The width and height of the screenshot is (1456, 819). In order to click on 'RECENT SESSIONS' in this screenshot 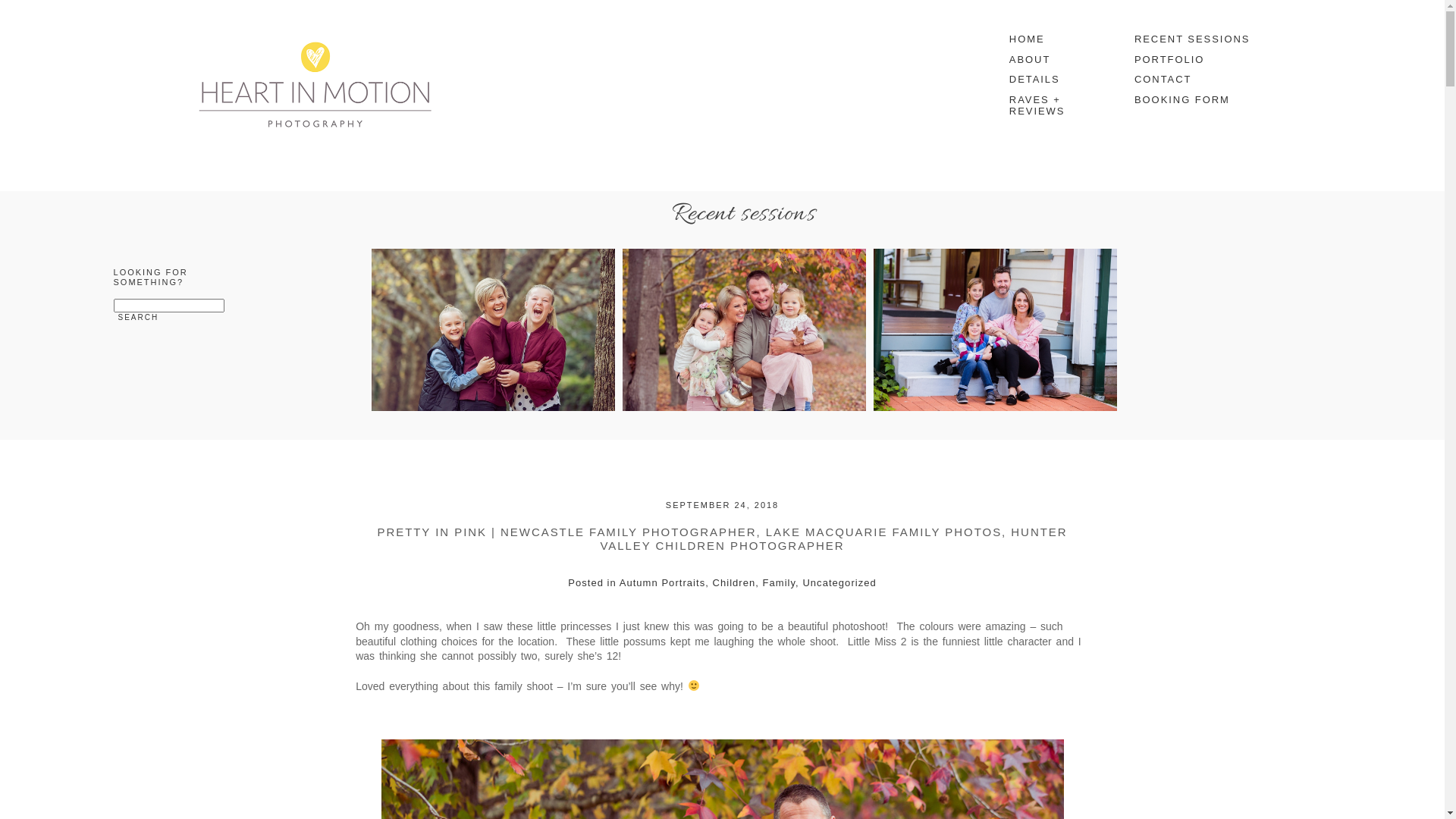, I will do `click(1193, 38)`.